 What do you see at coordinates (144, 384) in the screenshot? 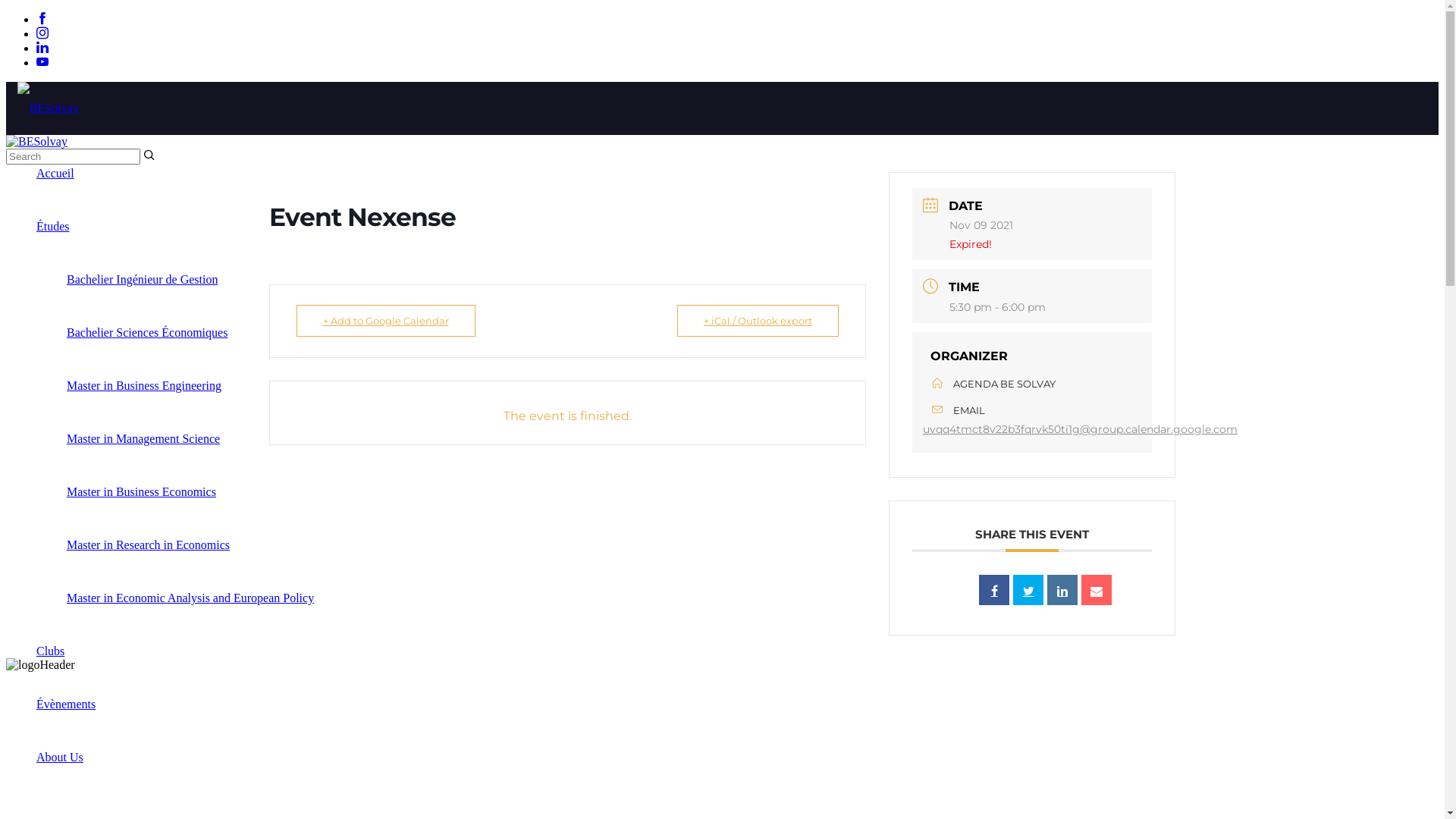
I see `'Master in Business Engineering'` at bounding box center [144, 384].